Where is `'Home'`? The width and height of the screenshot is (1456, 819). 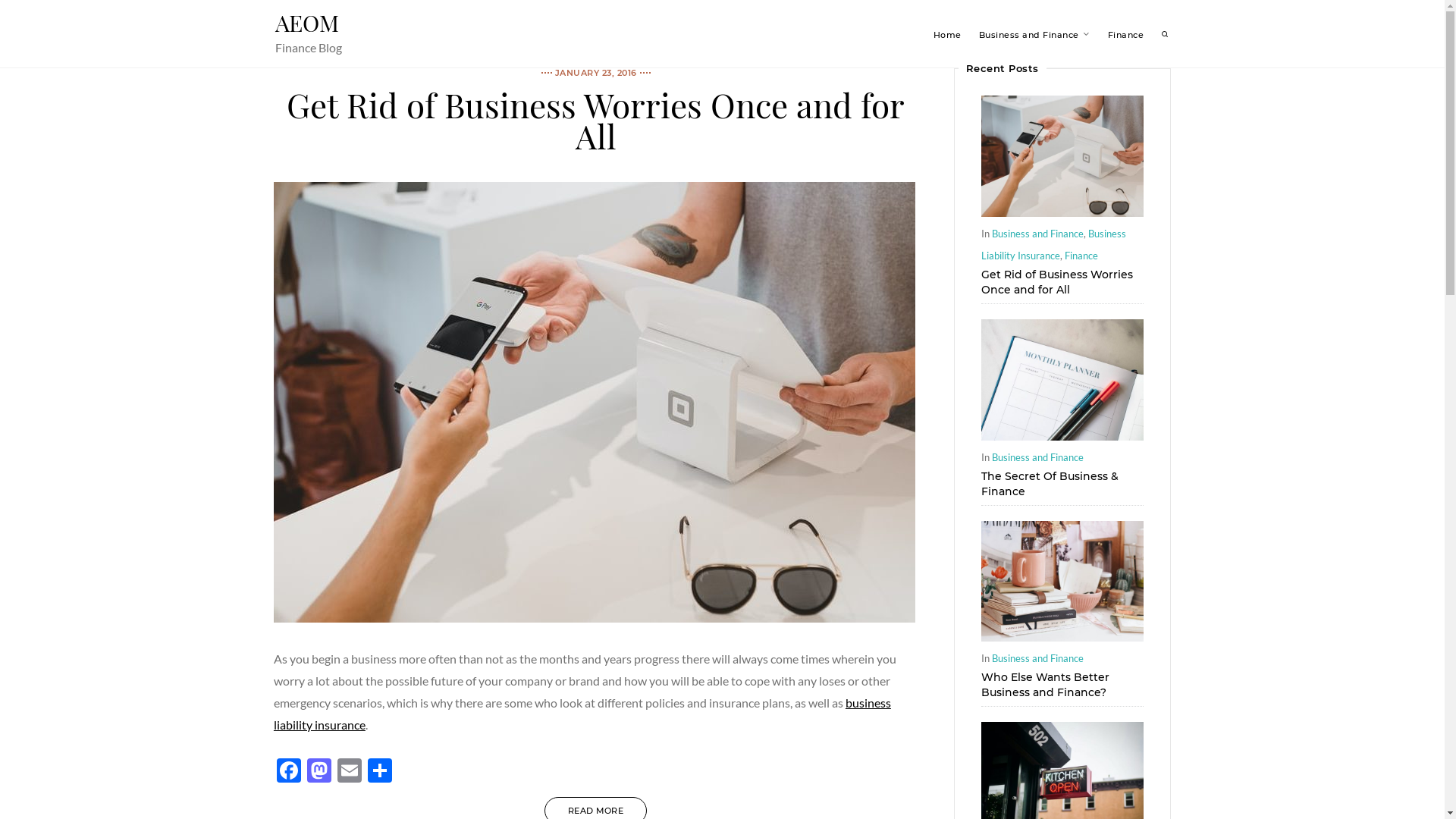
'Home' is located at coordinates (946, 34).